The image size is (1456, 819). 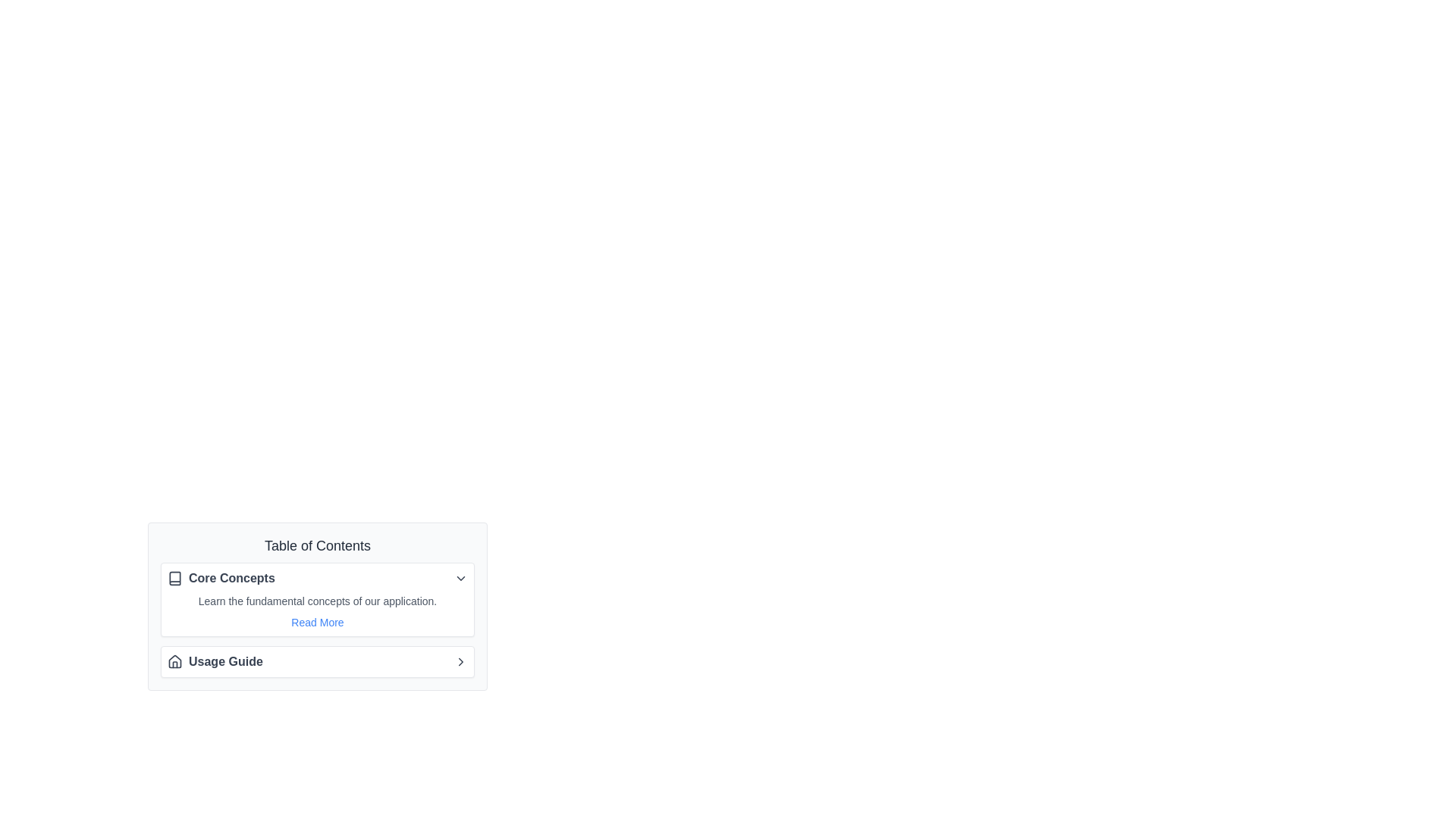 I want to click on the first interactive list item labeled 'Core Concepts' with an expand button, so click(x=316, y=579).